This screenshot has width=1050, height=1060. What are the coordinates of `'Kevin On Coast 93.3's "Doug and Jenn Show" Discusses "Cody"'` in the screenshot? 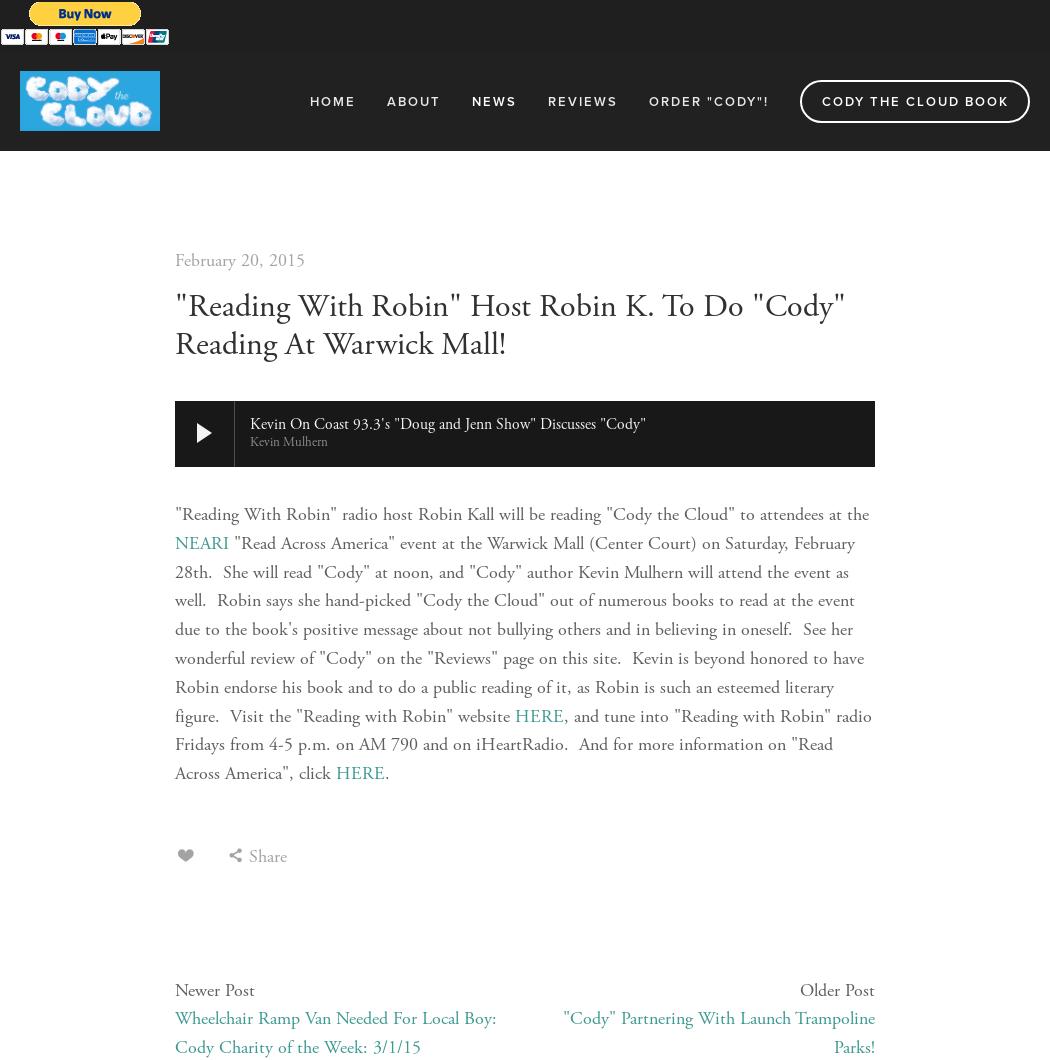 It's located at (250, 423).